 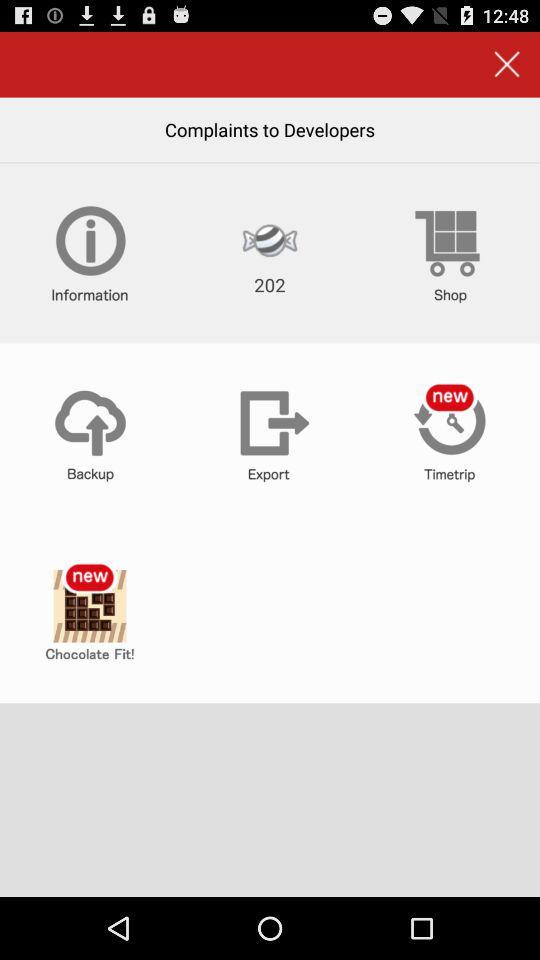 I want to click on export document, so click(x=270, y=433).